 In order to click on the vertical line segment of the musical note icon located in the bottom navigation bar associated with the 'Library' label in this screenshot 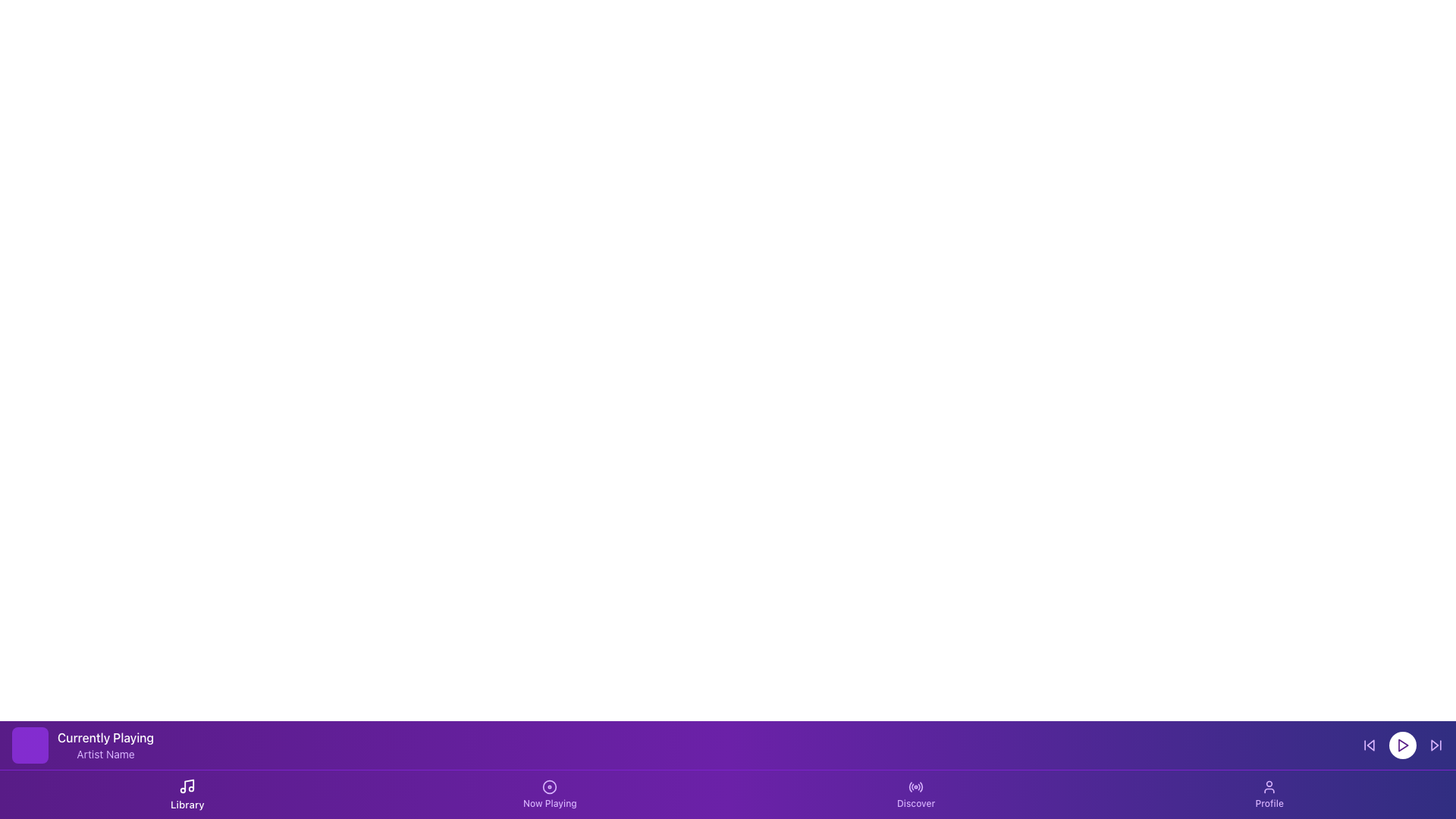, I will do `click(189, 785)`.